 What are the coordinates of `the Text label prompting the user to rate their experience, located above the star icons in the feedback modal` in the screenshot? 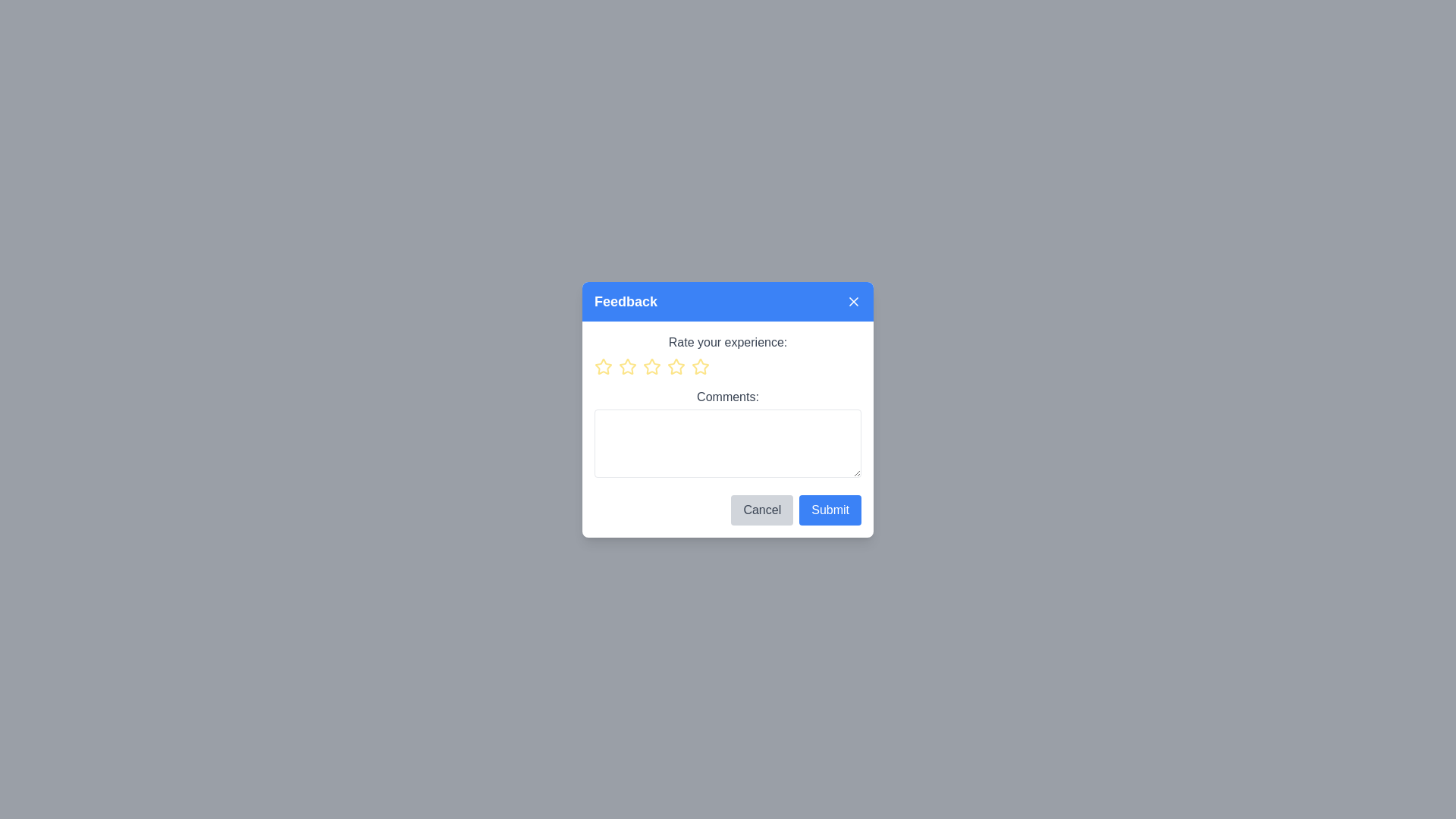 It's located at (728, 342).